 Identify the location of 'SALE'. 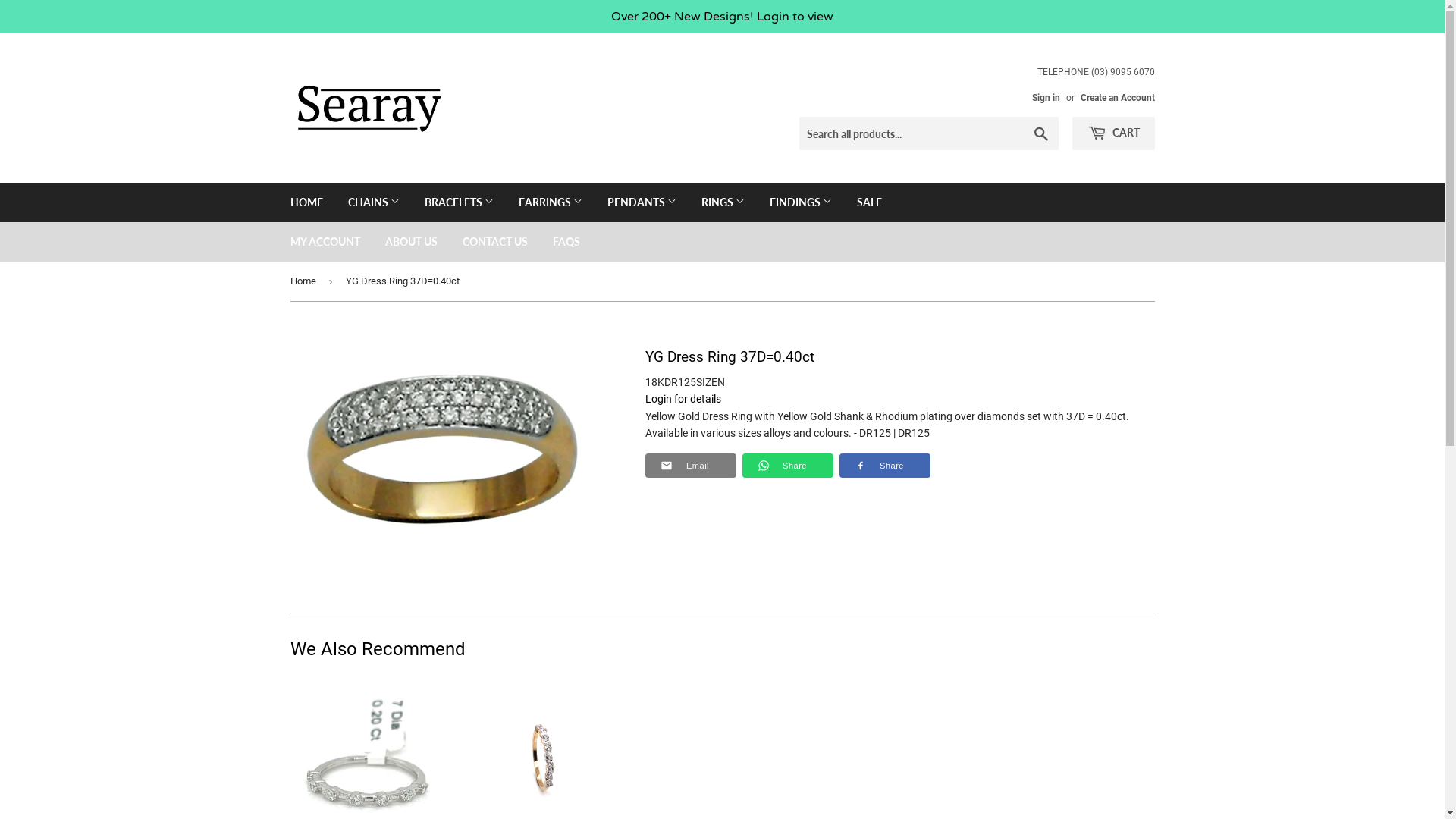
(868, 201).